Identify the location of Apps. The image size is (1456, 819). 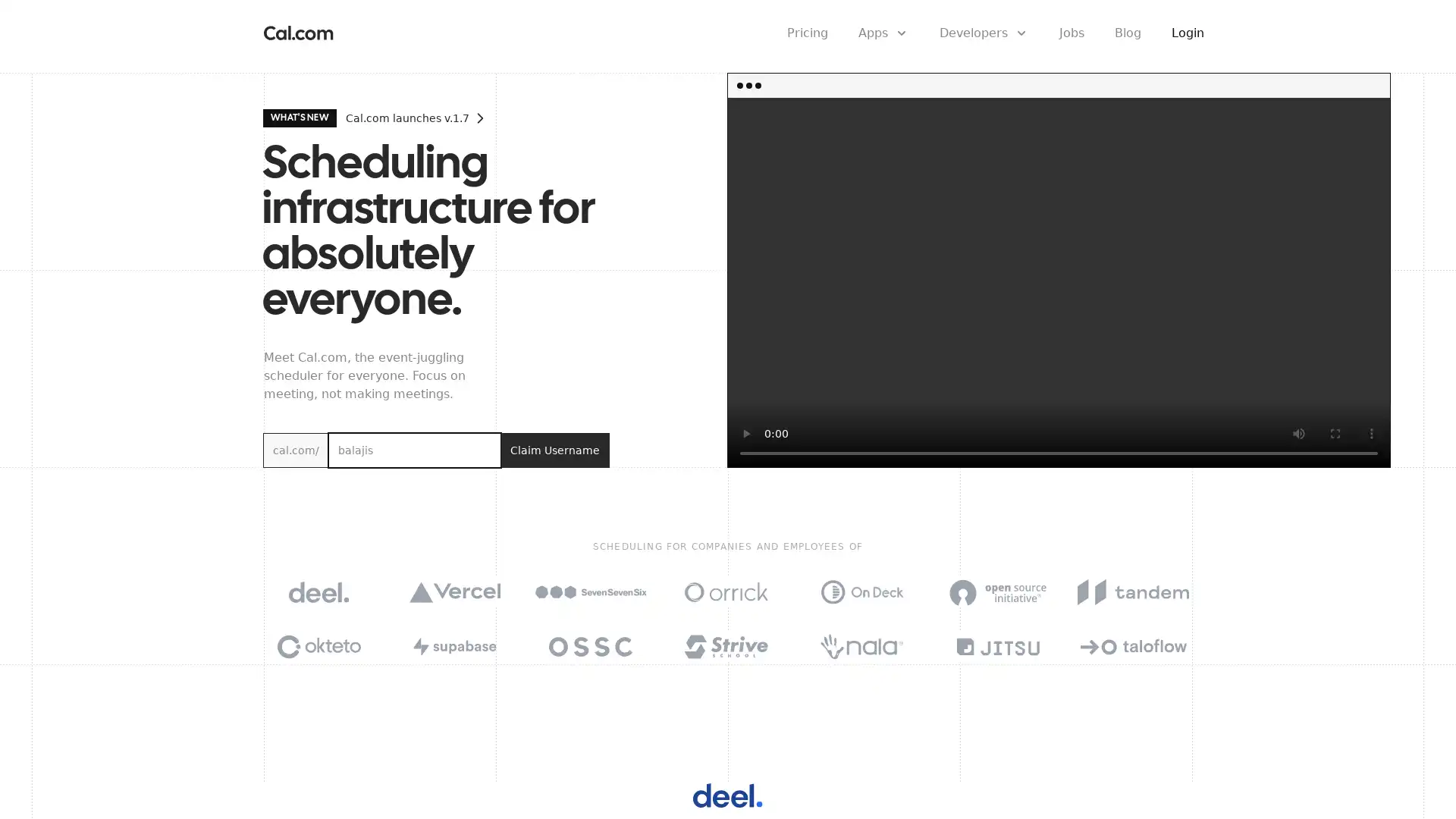
(883, 33).